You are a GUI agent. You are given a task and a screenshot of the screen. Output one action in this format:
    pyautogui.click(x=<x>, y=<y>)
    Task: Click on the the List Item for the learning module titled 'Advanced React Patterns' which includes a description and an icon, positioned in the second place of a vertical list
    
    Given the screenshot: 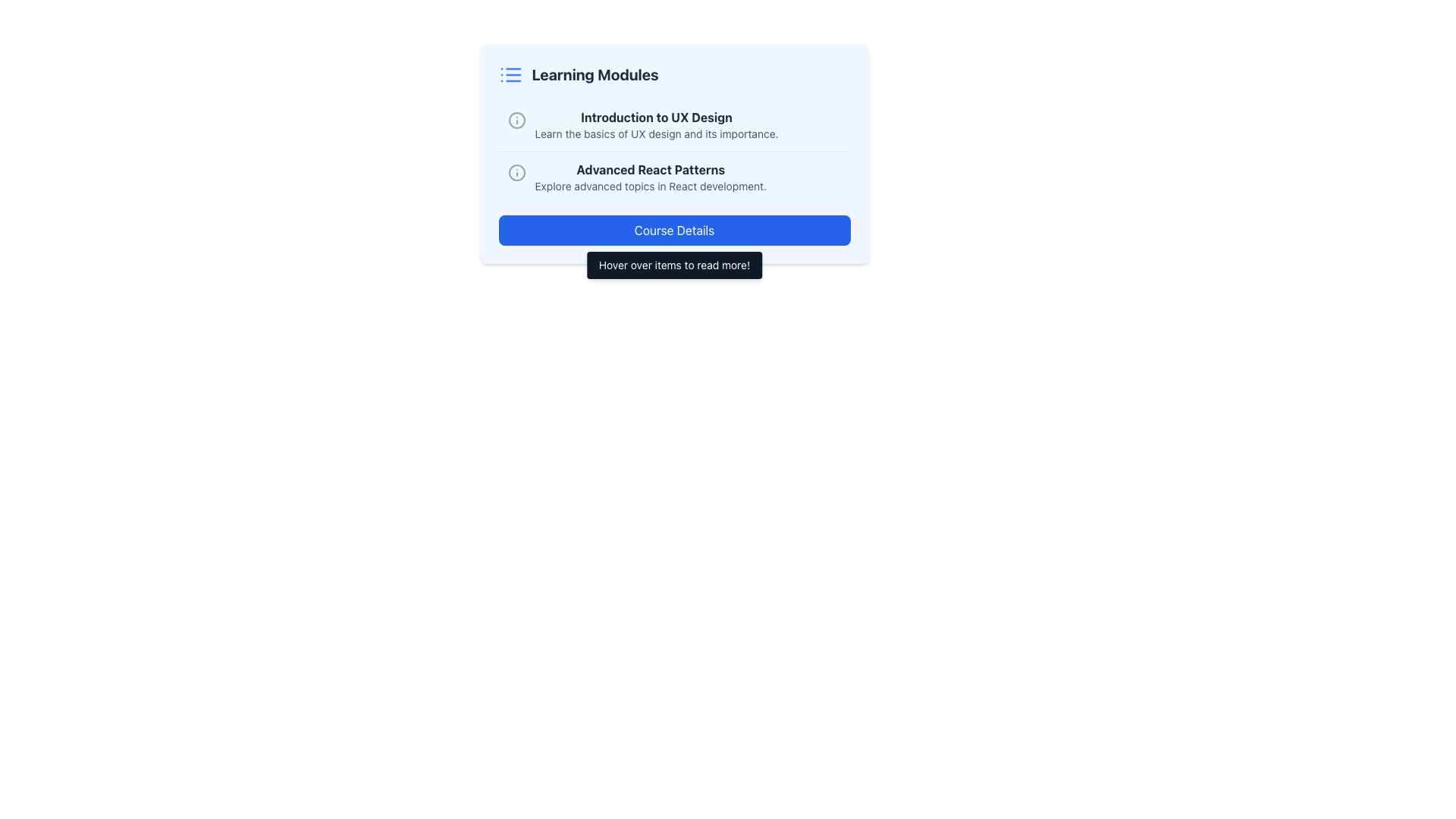 What is the action you would take?
    pyautogui.click(x=673, y=176)
    